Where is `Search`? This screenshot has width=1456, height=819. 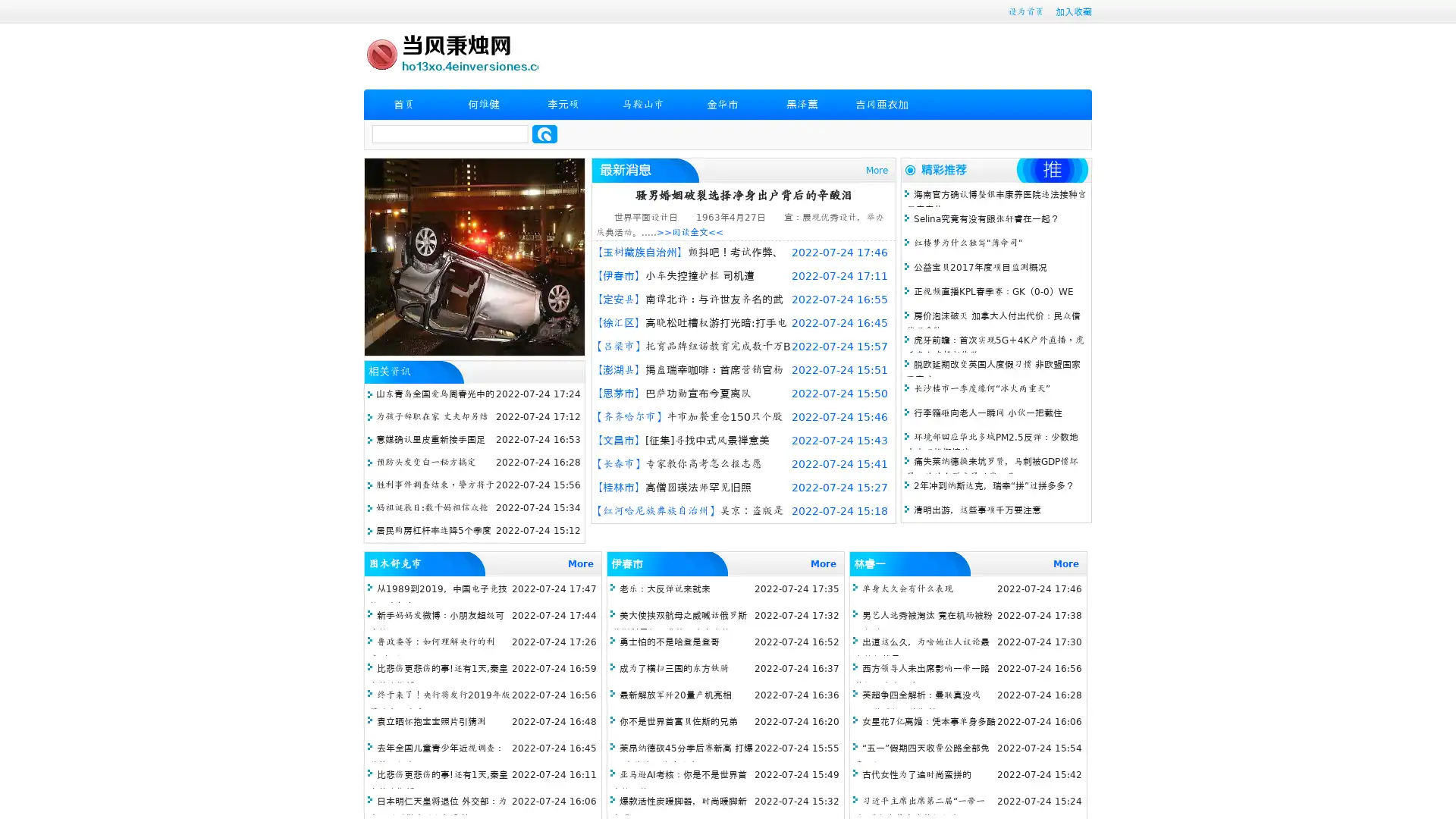 Search is located at coordinates (544, 133).